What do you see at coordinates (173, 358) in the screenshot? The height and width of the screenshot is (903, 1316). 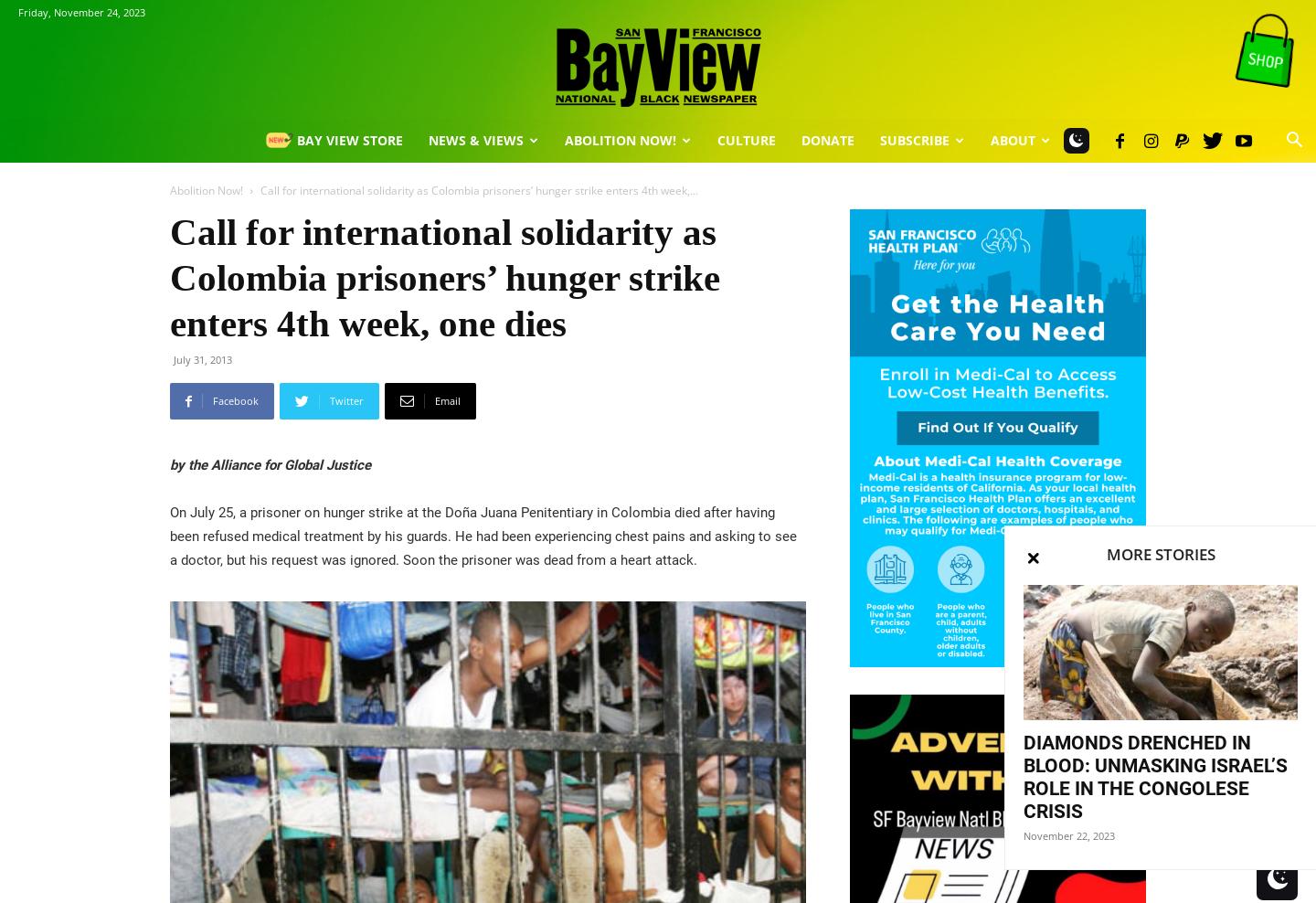 I see `'July 31, 2013'` at bounding box center [173, 358].